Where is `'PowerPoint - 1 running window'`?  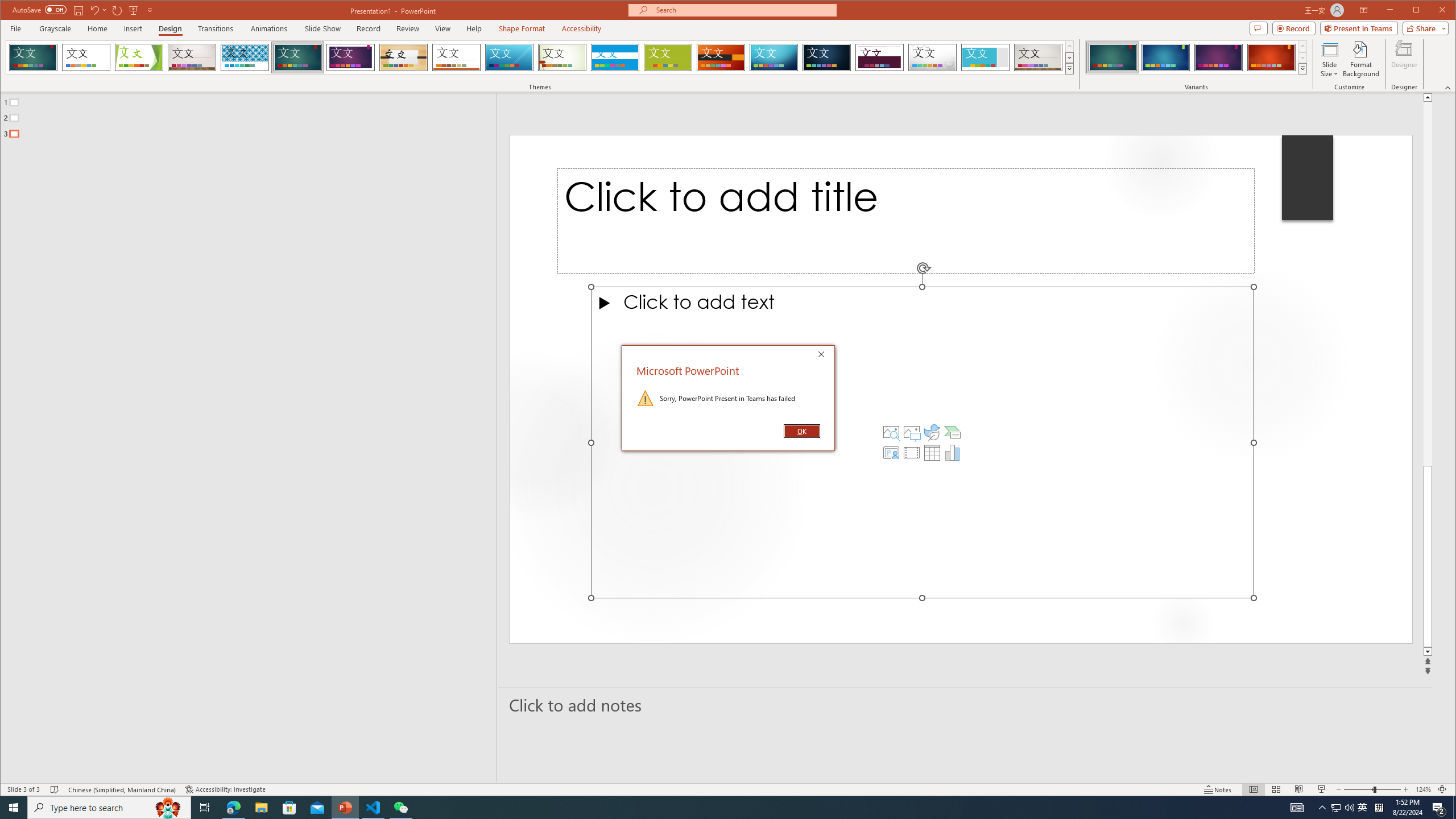
'PowerPoint - 1 running window' is located at coordinates (345, 806).